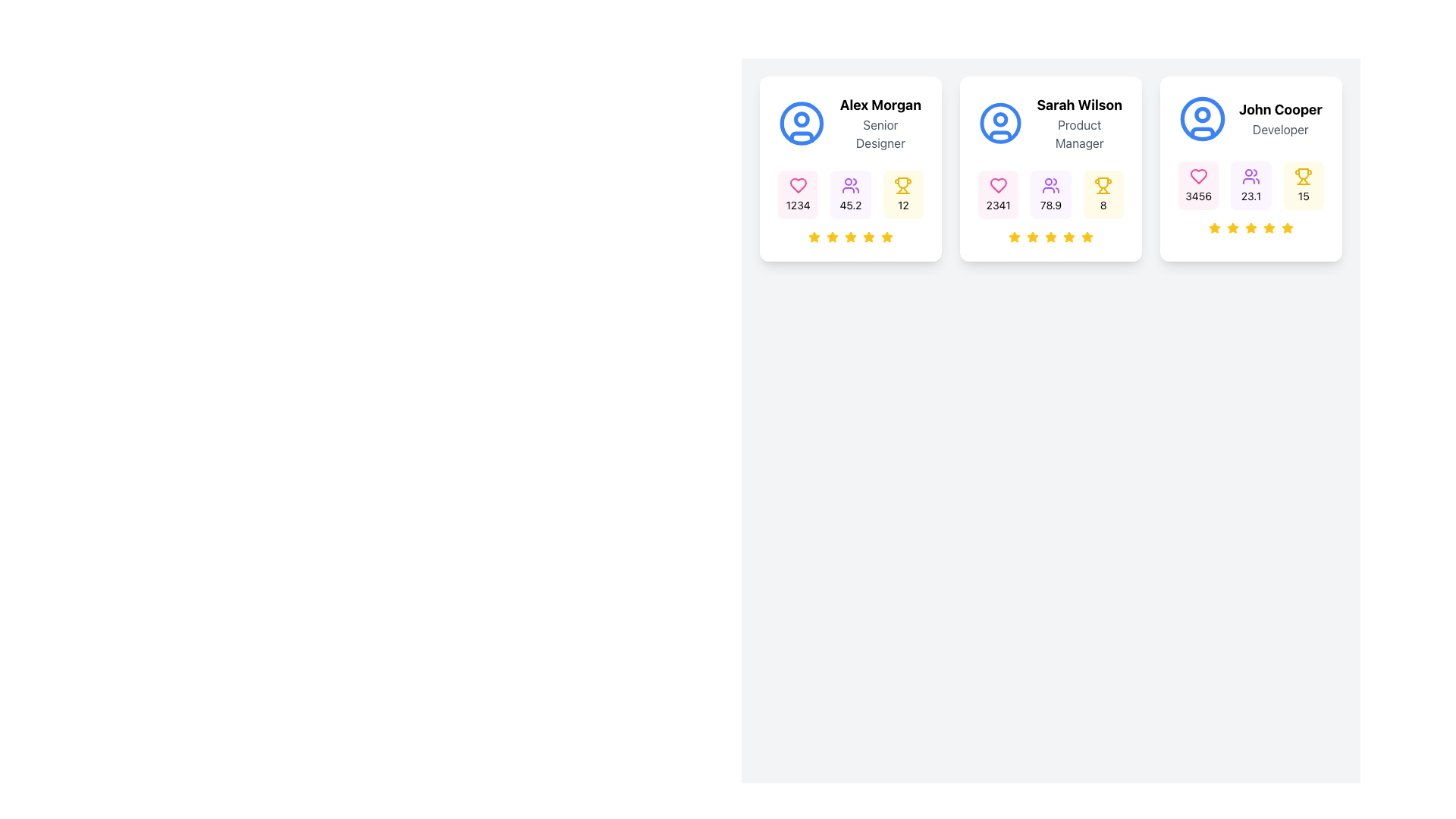  Describe the element at coordinates (1000, 122) in the screenshot. I see `the circular outline icon representing the user's avatar, which is prominently displayed at the top of Sarah Wilson's user card` at that location.